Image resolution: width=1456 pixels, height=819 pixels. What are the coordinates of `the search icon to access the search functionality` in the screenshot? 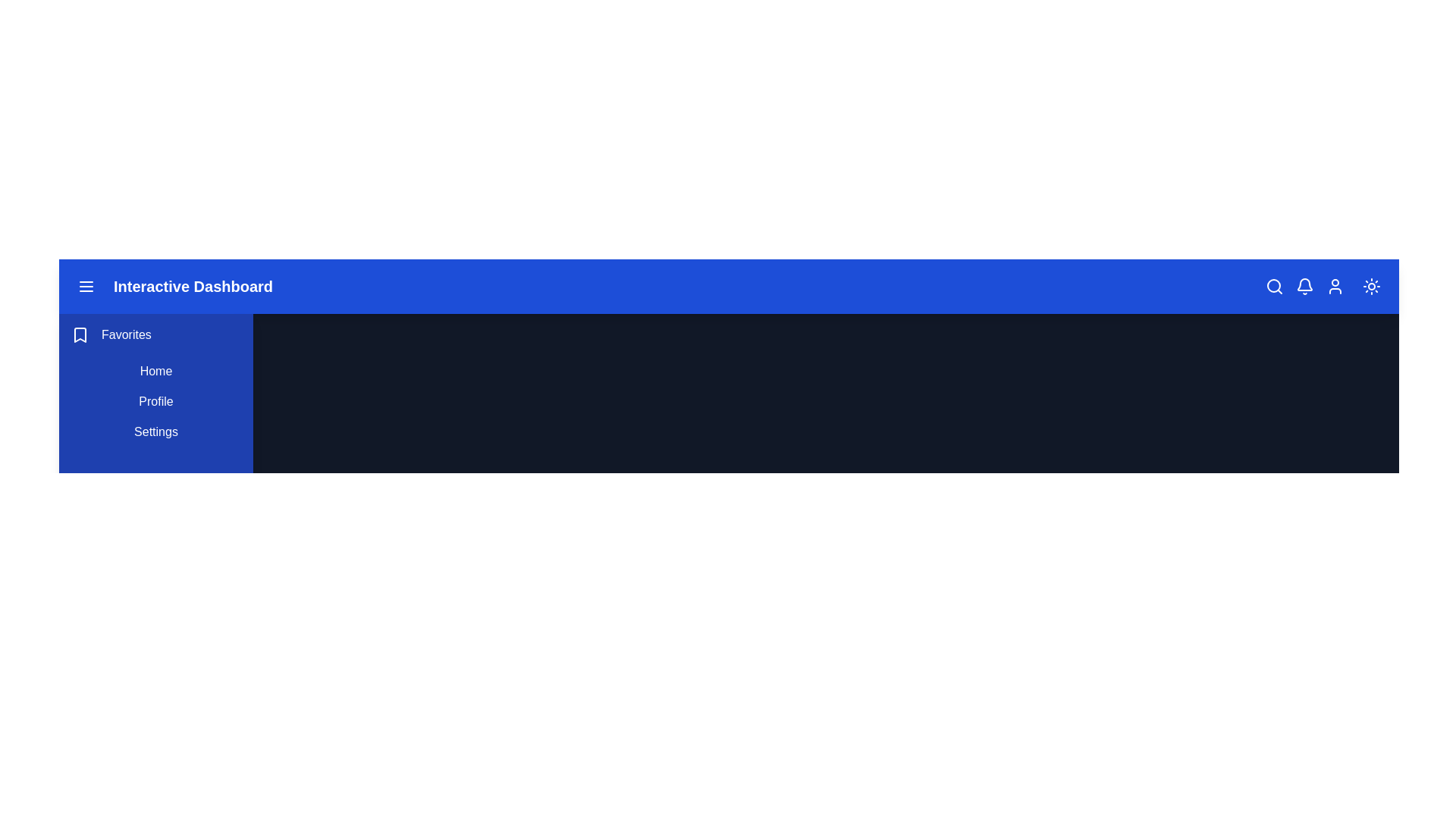 It's located at (1274, 287).